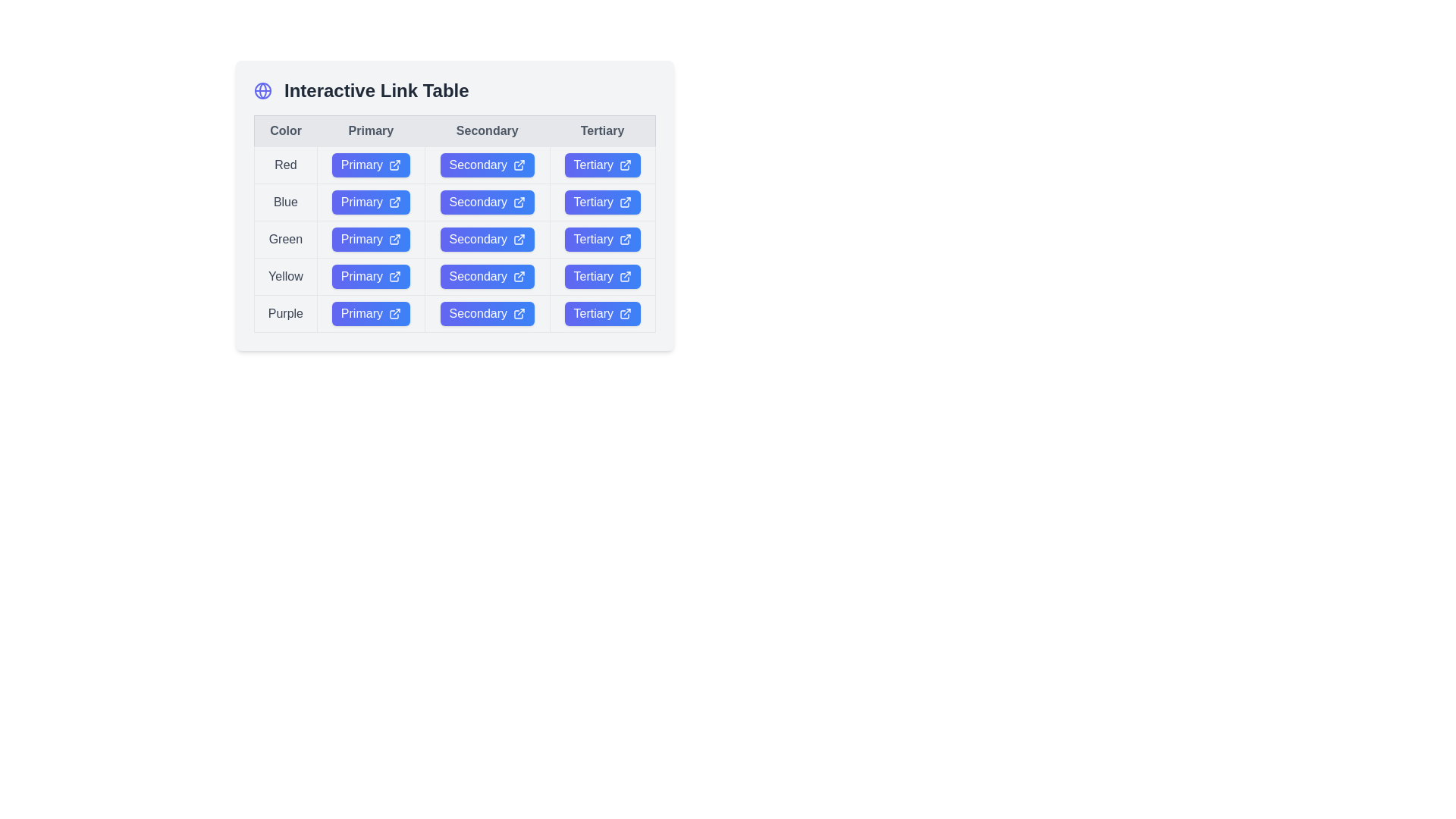 This screenshot has height=819, width=1456. I want to click on the small external link icon, which is styled as an outlined square with an arrow, located within the 'Secondary' button in the first row of the 'Interactive Link Table', so click(519, 165).